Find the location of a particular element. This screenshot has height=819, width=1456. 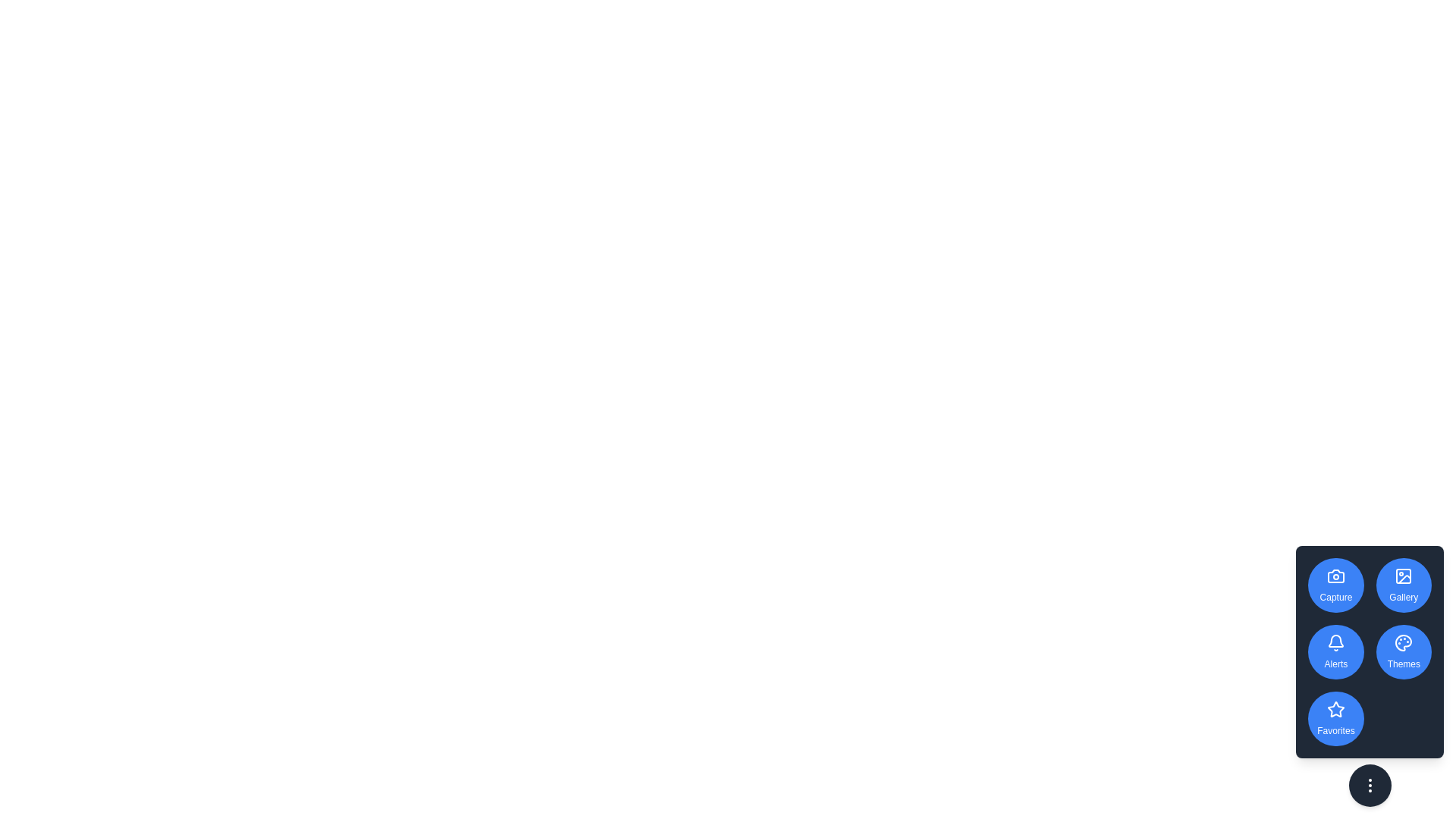

the 'Themes' button to explore theme options is located at coordinates (1403, 651).